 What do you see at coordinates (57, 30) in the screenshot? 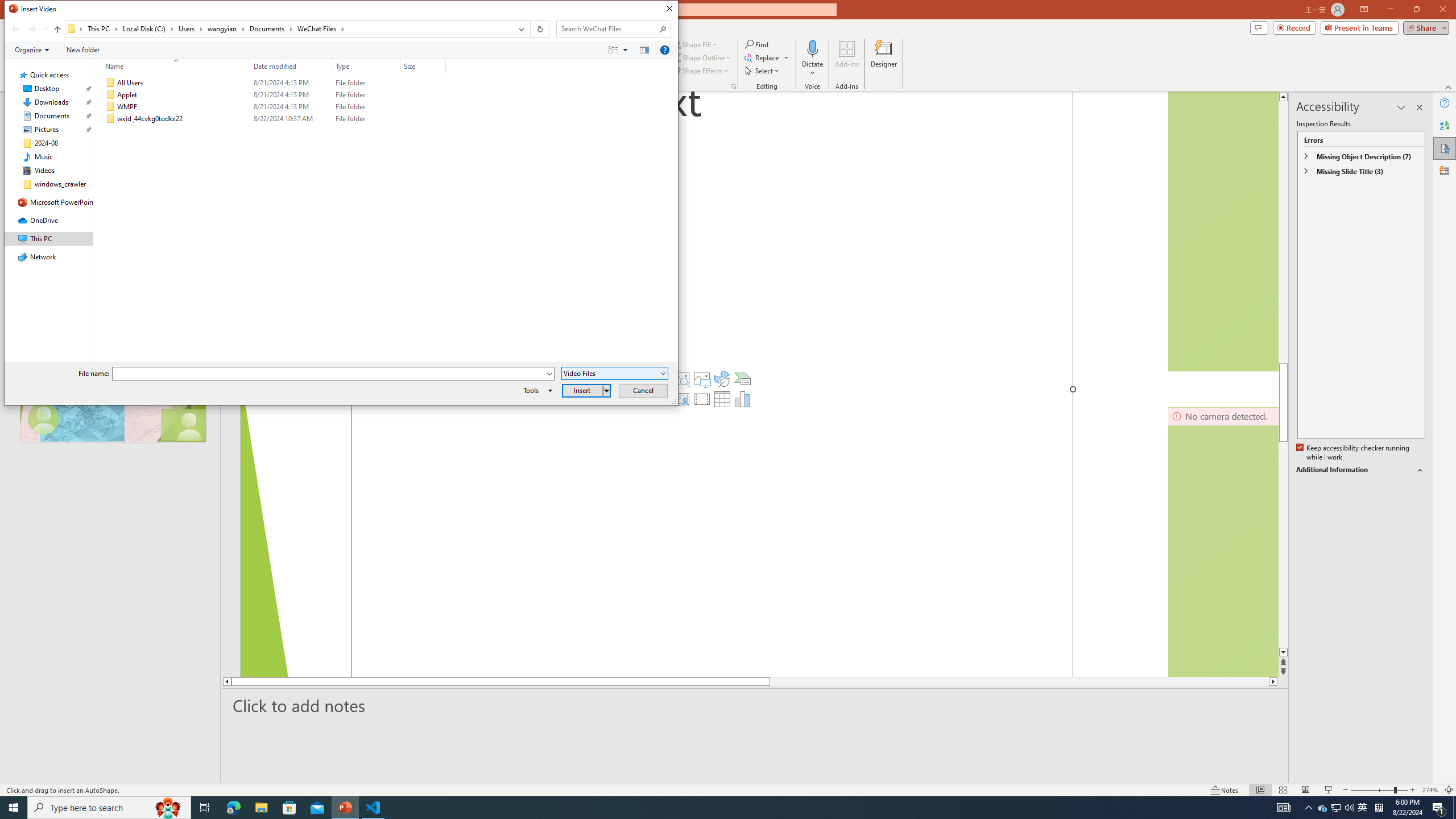
I see `'Up band toolbar'` at bounding box center [57, 30].